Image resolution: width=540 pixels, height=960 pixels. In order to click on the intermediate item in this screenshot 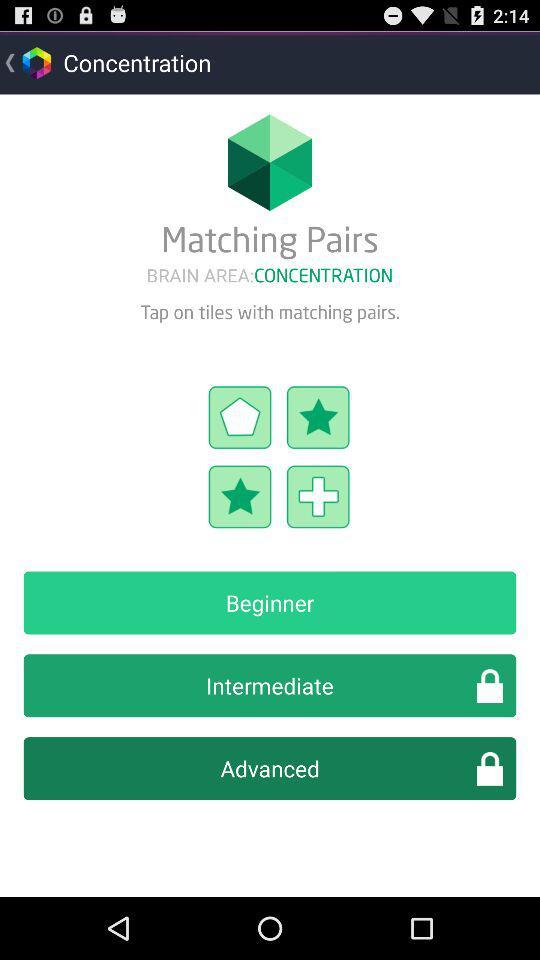, I will do `click(270, 685)`.